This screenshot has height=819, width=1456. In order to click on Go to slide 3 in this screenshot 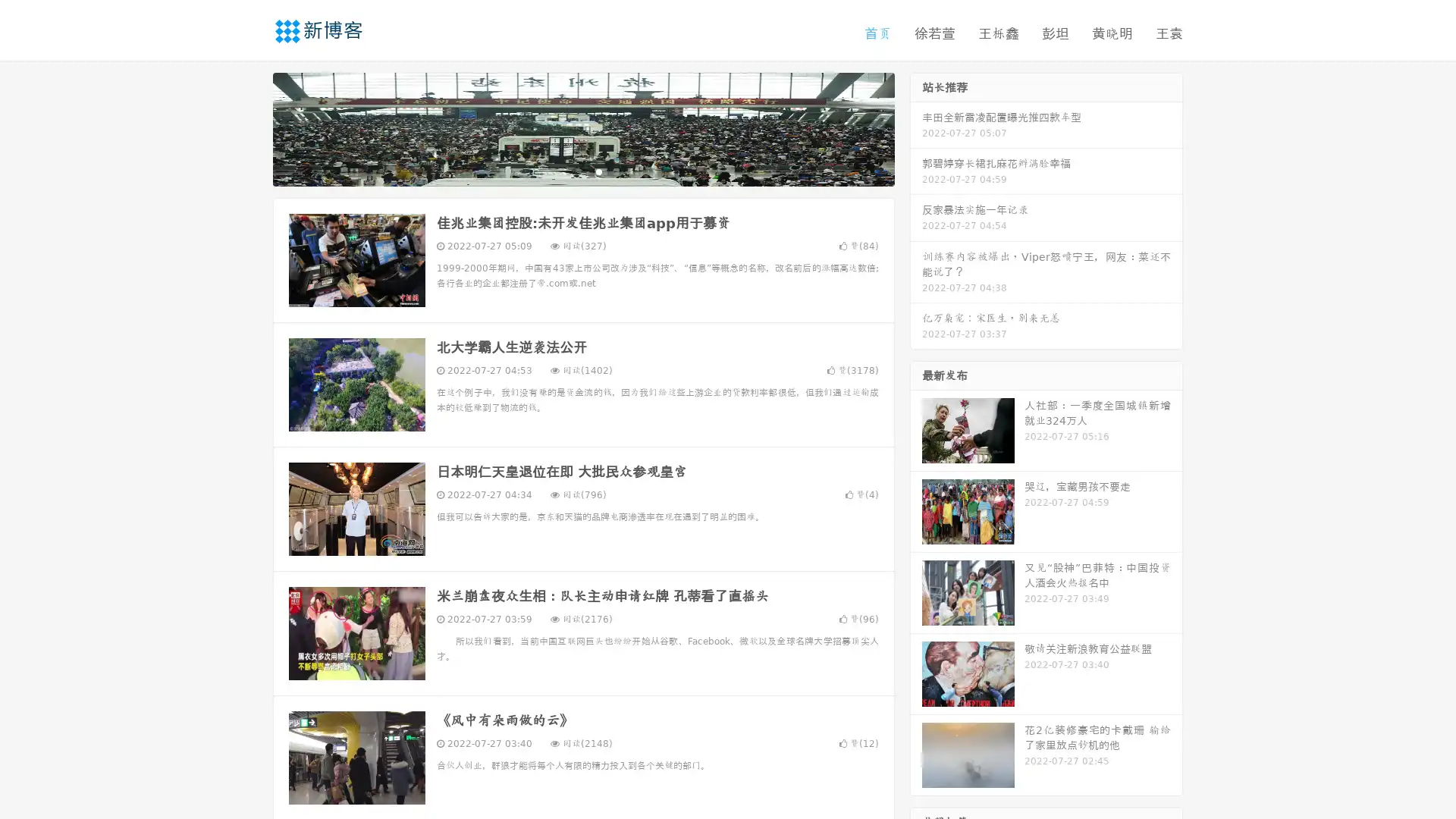, I will do `click(598, 171)`.